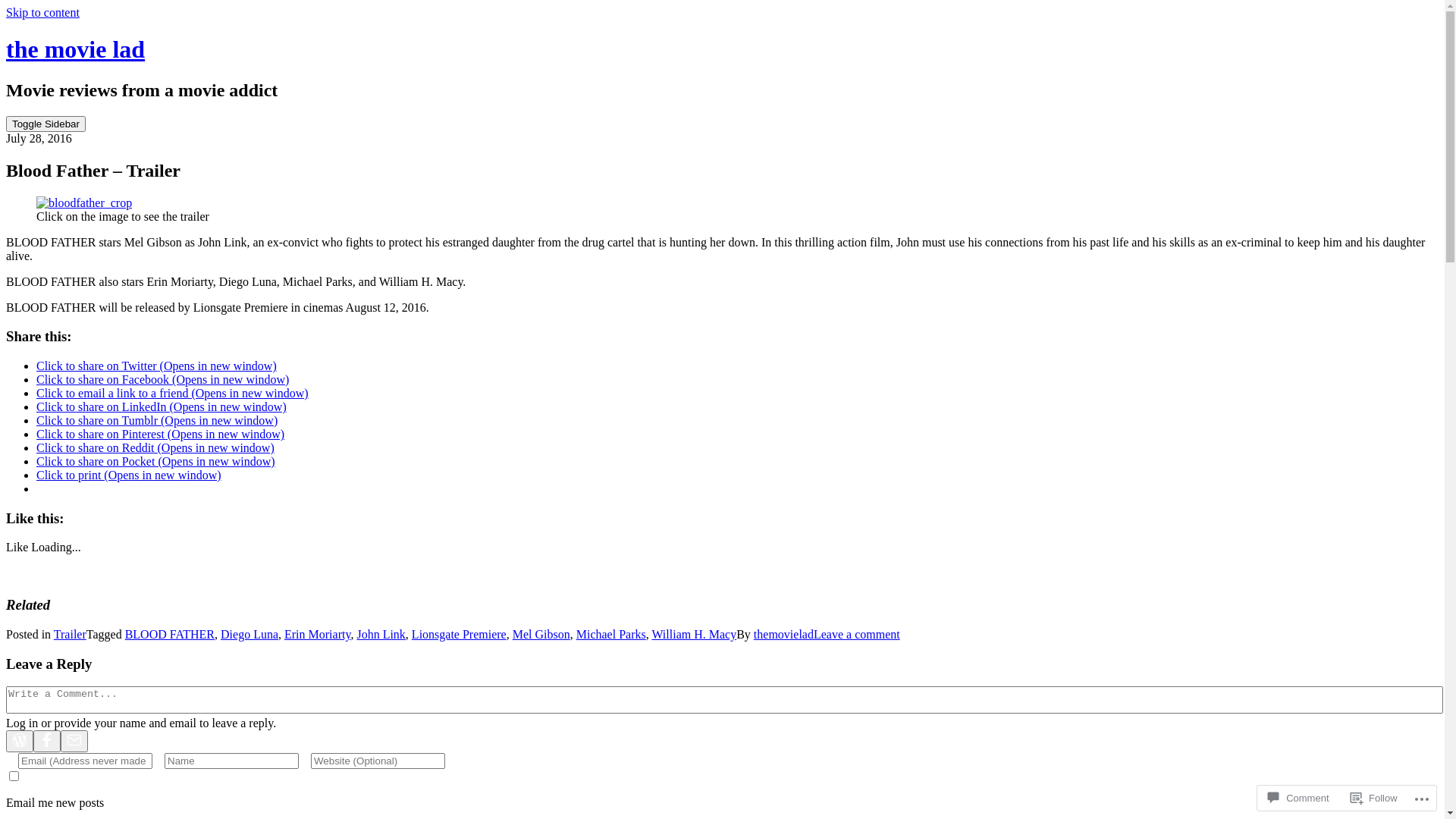 The width and height of the screenshot is (1456, 819). Describe the element at coordinates (1298, 797) in the screenshot. I see `'Comment'` at that location.